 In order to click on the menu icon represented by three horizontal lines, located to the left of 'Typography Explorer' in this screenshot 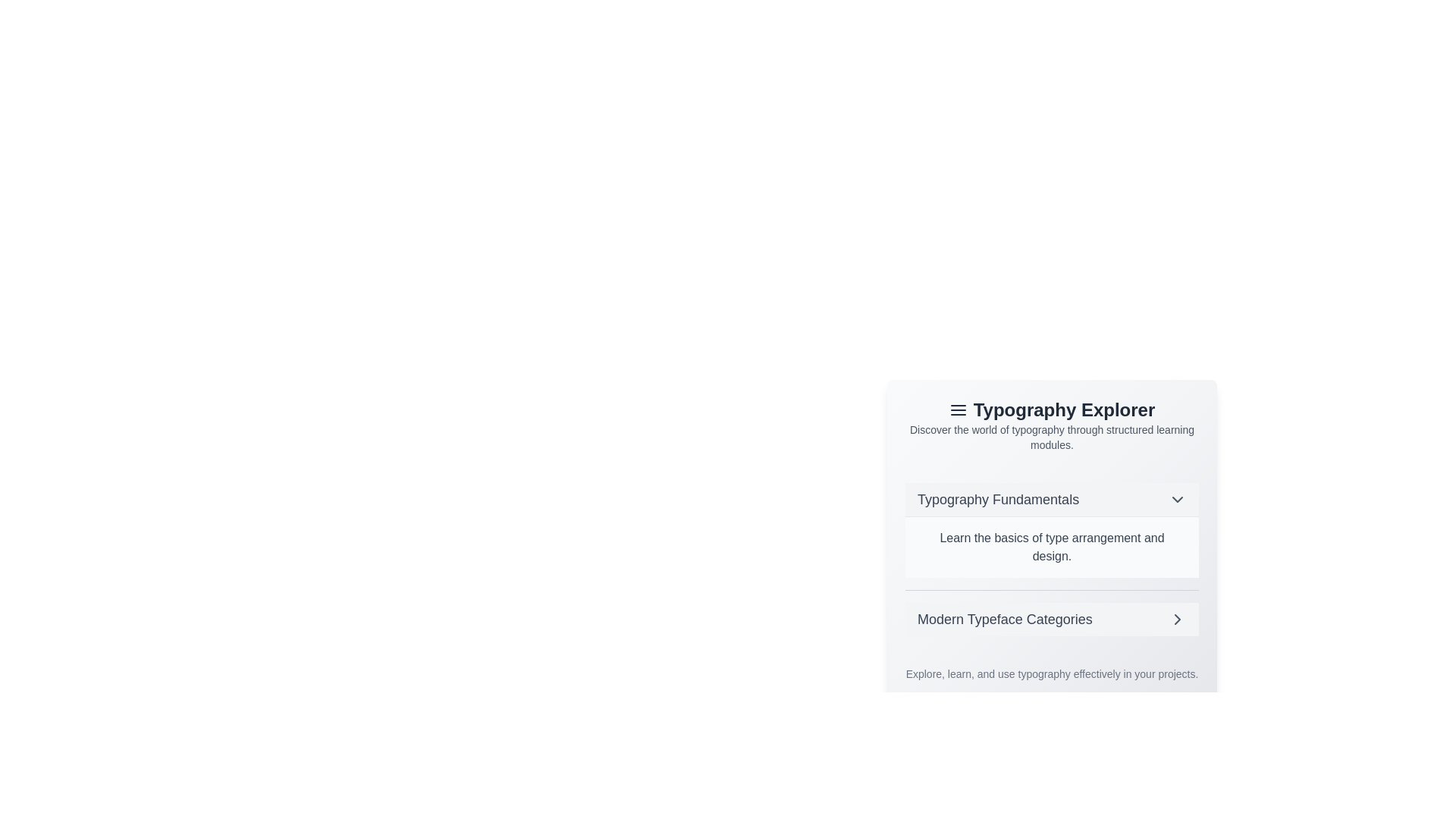, I will do `click(957, 409)`.